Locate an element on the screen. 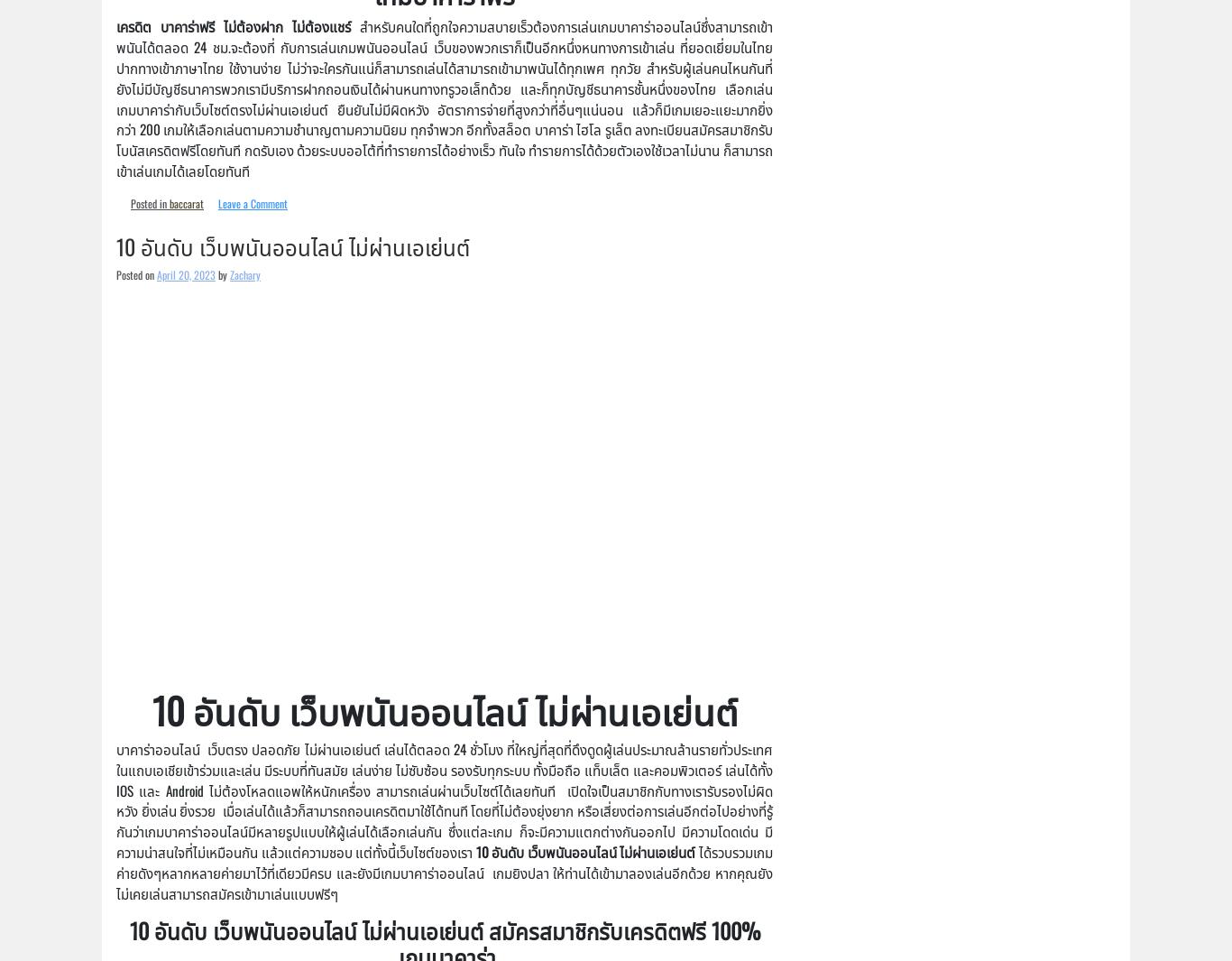 This screenshot has width=1232, height=961. 'April 20, 2023' is located at coordinates (185, 273).